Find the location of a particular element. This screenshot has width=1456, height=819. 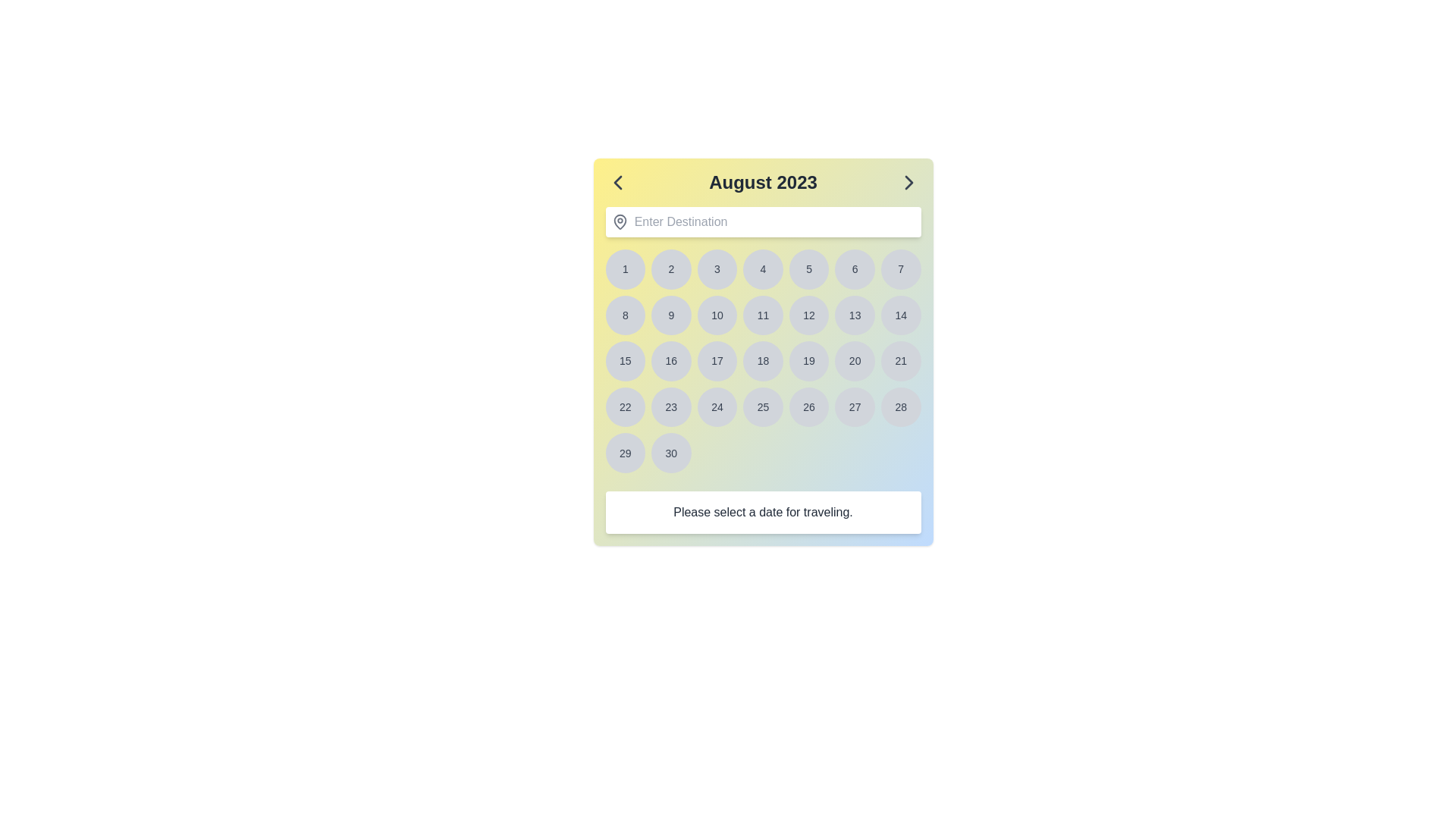

the button in the calendar interface is located at coordinates (763, 314).